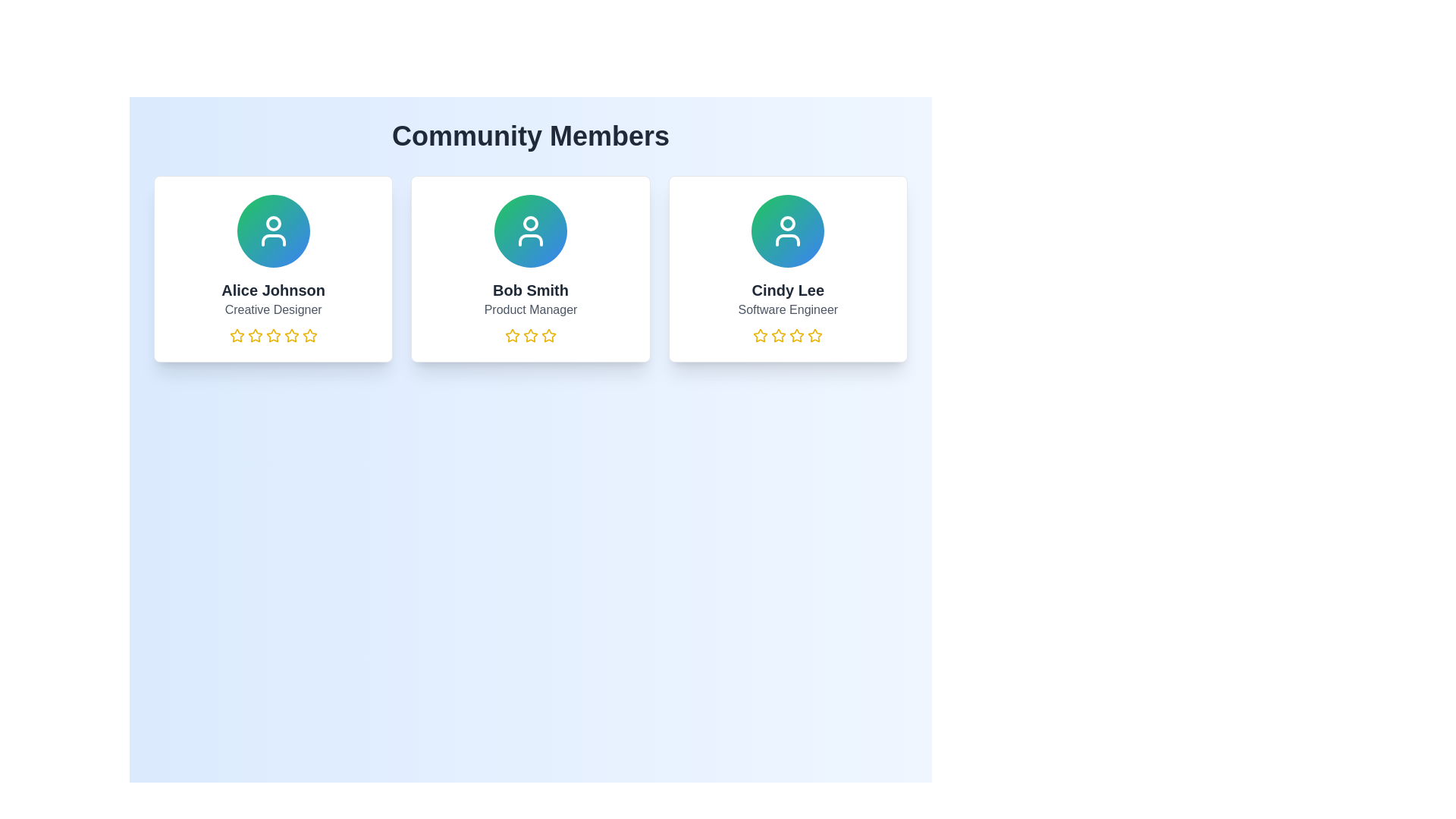 This screenshot has height=819, width=1456. What do you see at coordinates (273, 334) in the screenshot?
I see `the first yellow star rating icon beneath the name 'Alice Johnson' in the 'Community Members' section to rate it` at bounding box center [273, 334].